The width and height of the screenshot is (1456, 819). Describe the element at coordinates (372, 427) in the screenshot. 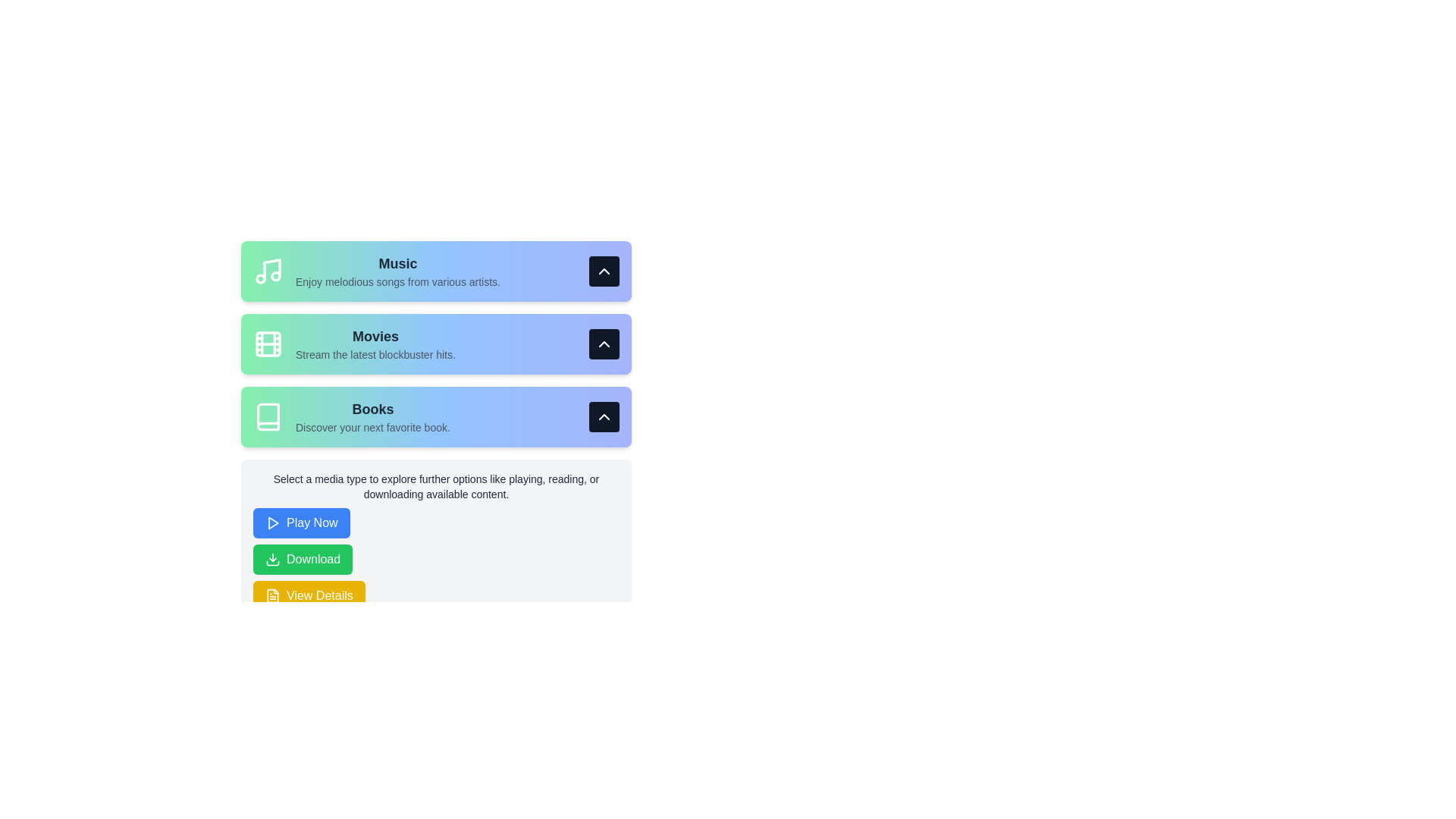

I see `static text content that says 'Discover your next favorite book.' which is positioned below the 'Books' heading in the media types section` at that location.